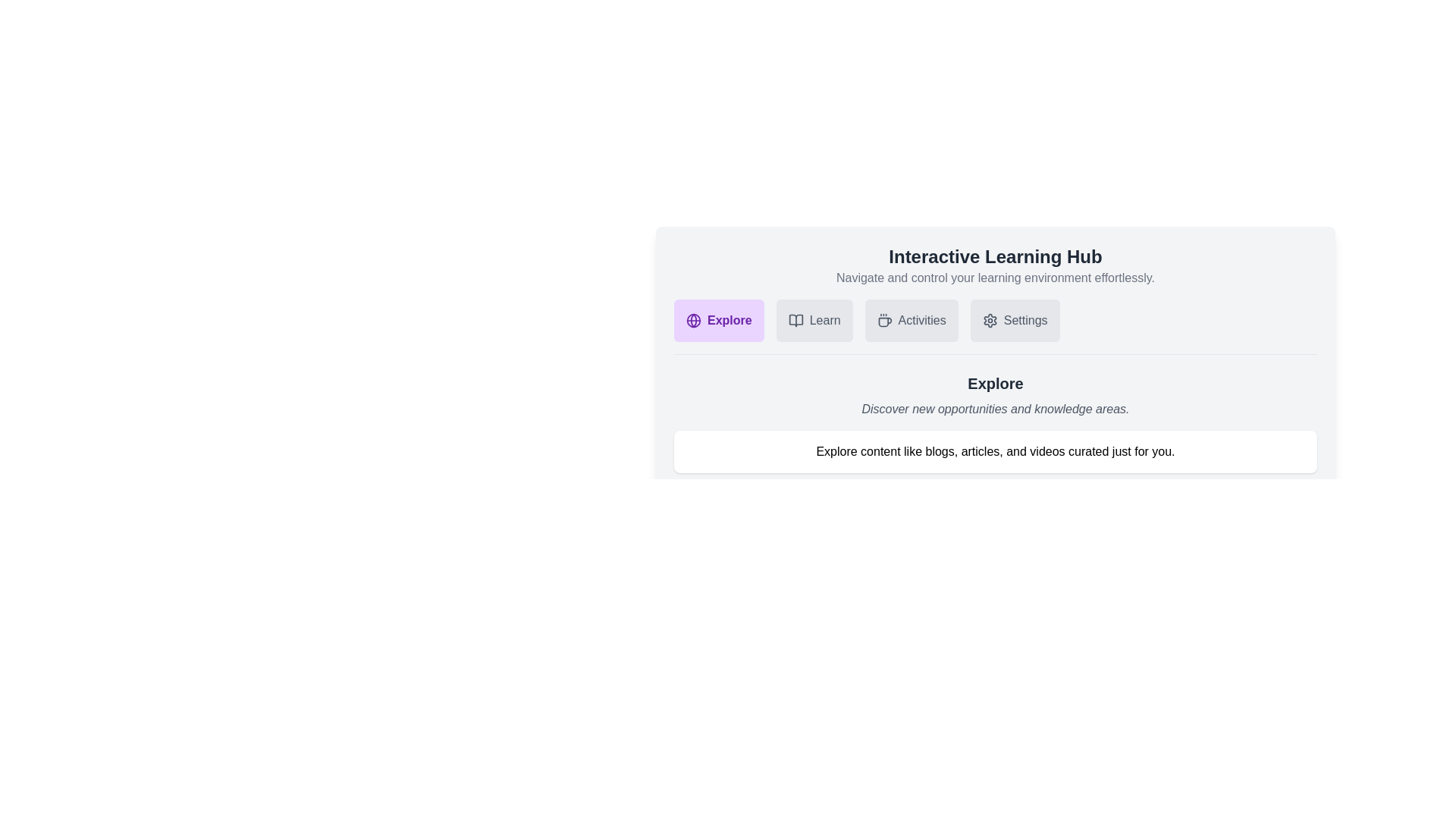 This screenshot has height=819, width=1456. Describe the element at coordinates (693, 320) in the screenshot. I see `the globe icon, which is purple and located to the left of the 'Explore' text in a button group under the main heading` at that location.